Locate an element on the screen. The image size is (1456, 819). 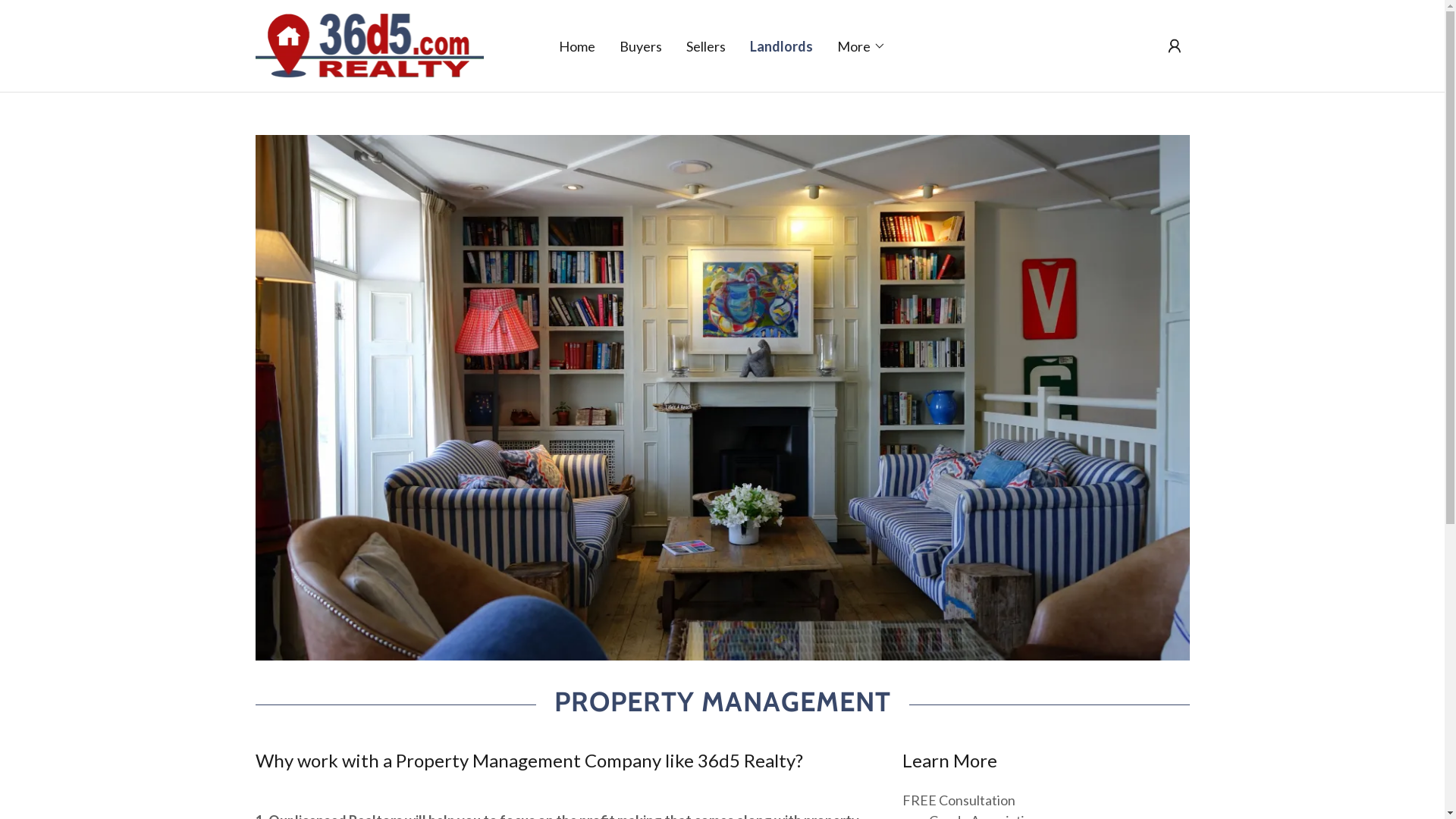
'36d5 Realty' is located at coordinates (369, 42).